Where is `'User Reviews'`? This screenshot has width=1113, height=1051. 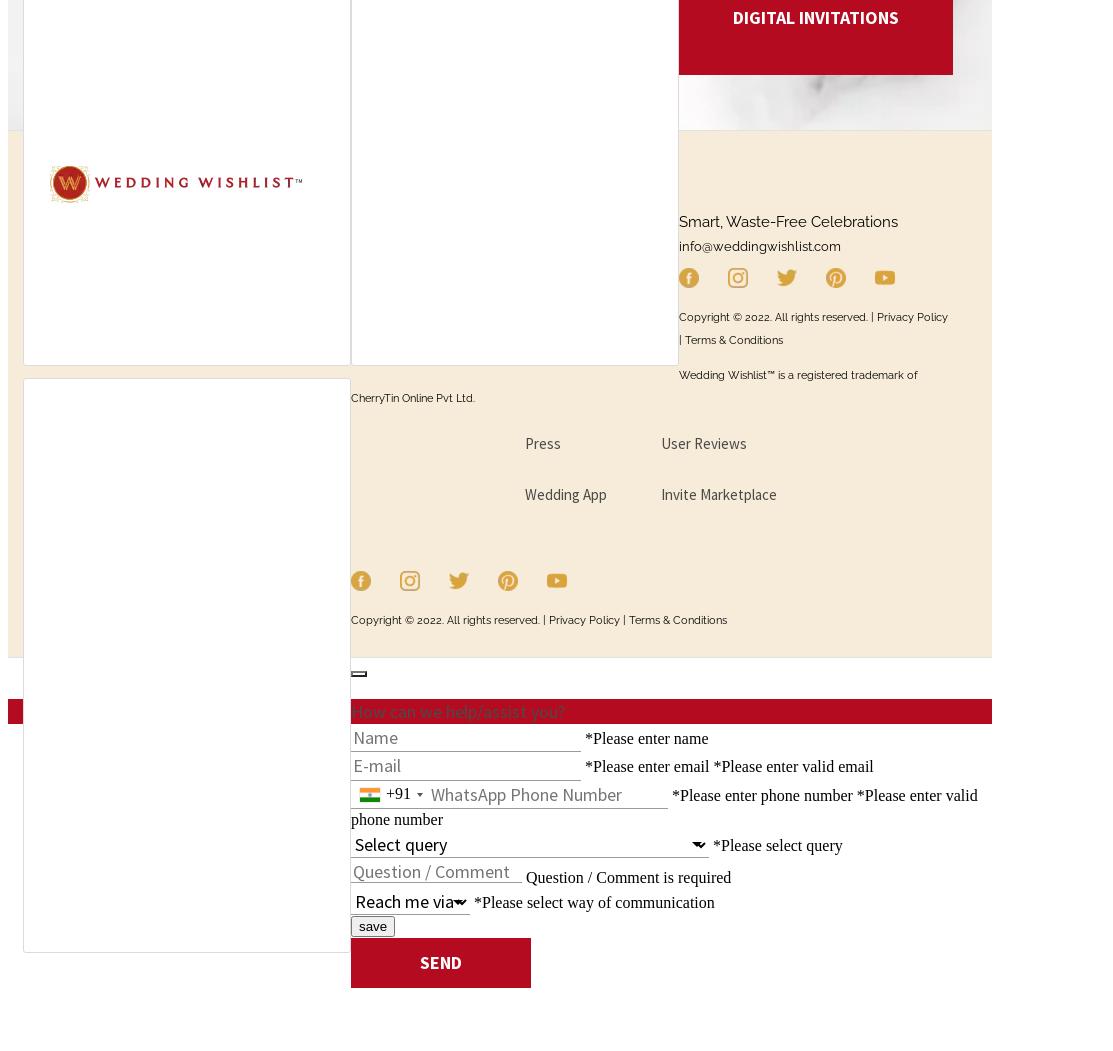
'User Reviews' is located at coordinates (702, 442).